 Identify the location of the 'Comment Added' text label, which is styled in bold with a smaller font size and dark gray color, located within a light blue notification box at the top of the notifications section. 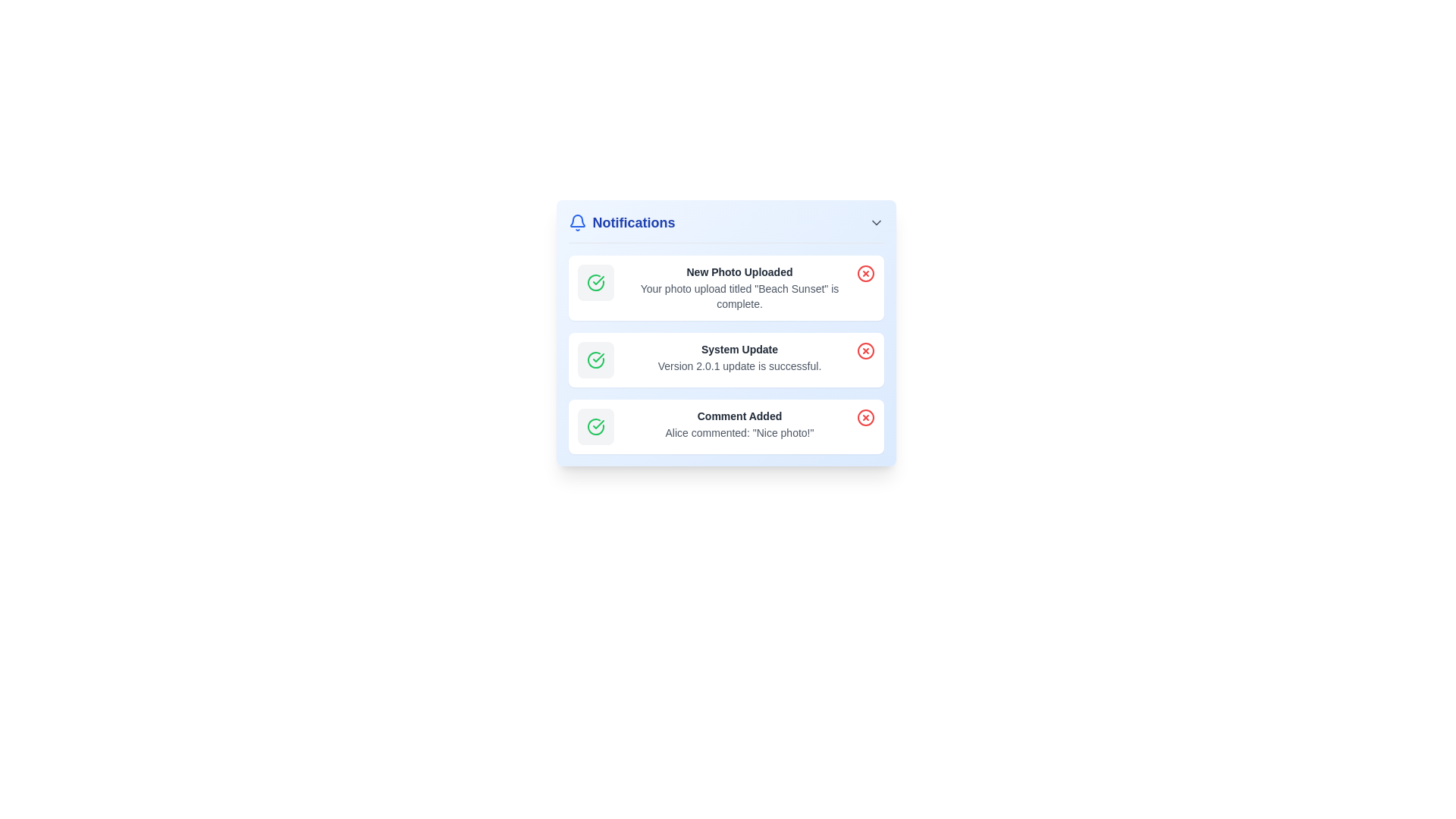
(739, 416).